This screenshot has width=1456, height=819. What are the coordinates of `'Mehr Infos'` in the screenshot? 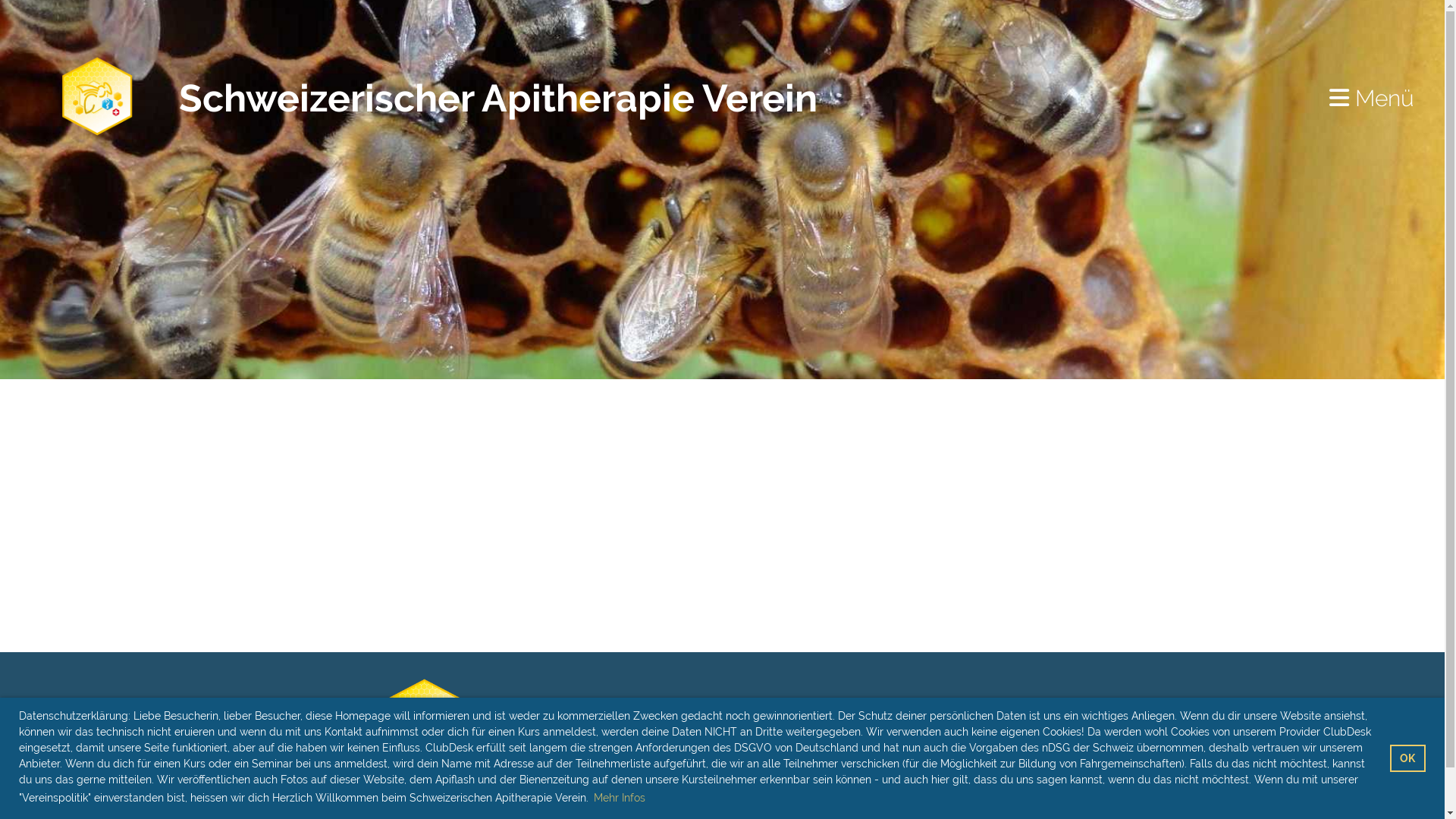 It's located at (619, 797).